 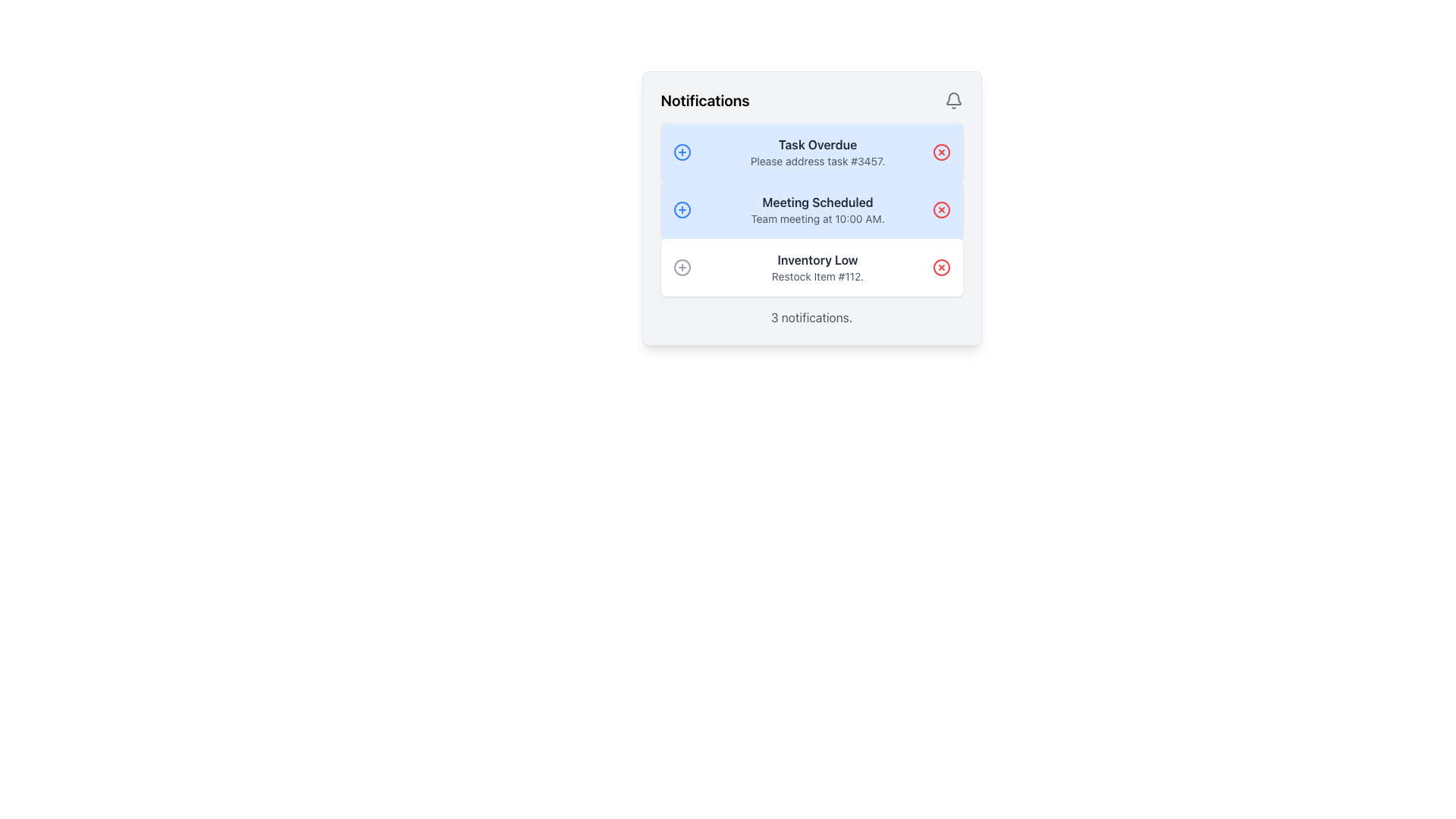 I want to click on the 'Inventory Low' text display, which is part of a notification card located at the bottom of a list of notifications, to interact with the notification, so click(x=817, y=267).